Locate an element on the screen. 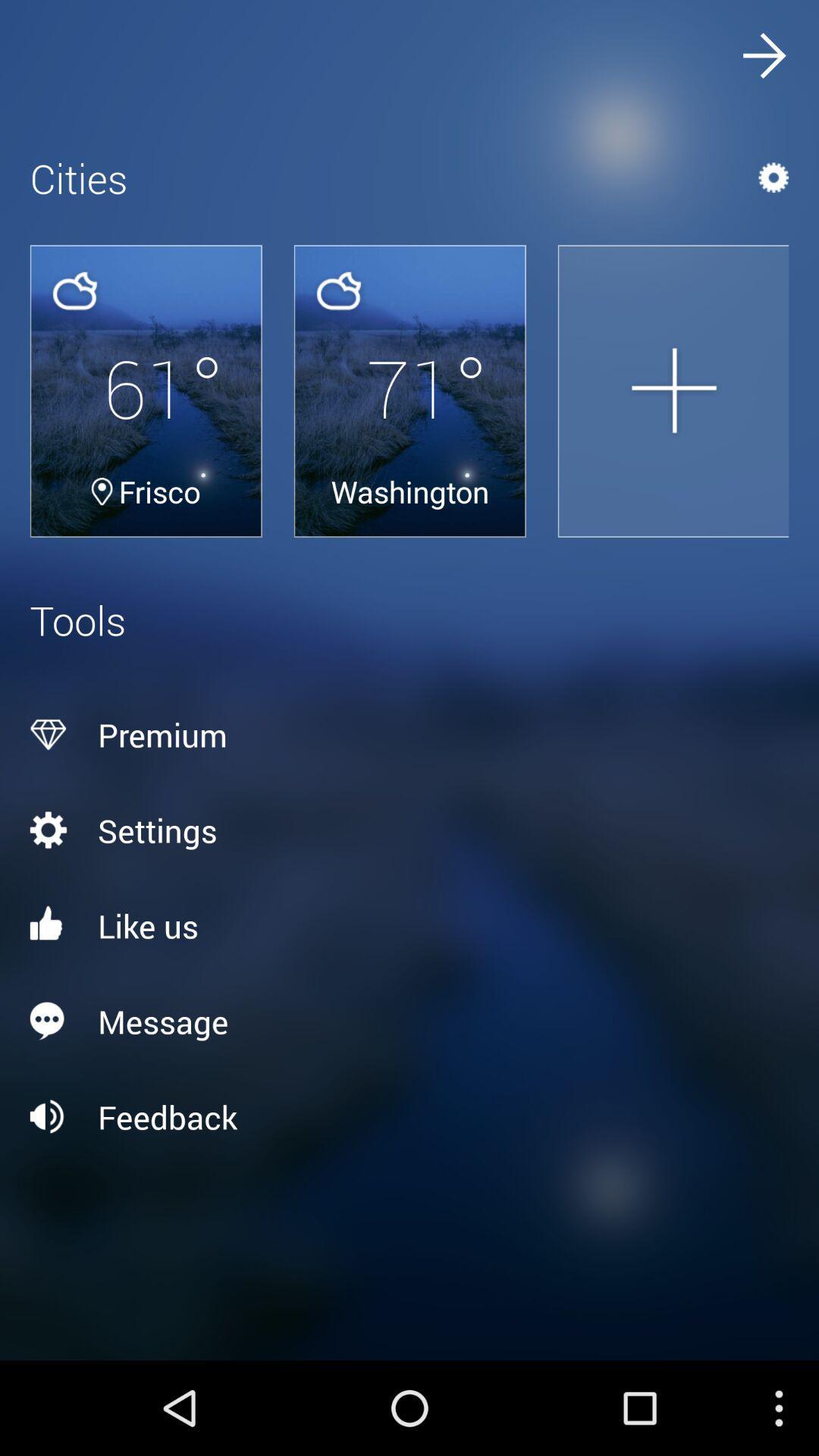 This screenshot has height=1456, width=819. the text above feedback is located at coordinates (409, 1021).